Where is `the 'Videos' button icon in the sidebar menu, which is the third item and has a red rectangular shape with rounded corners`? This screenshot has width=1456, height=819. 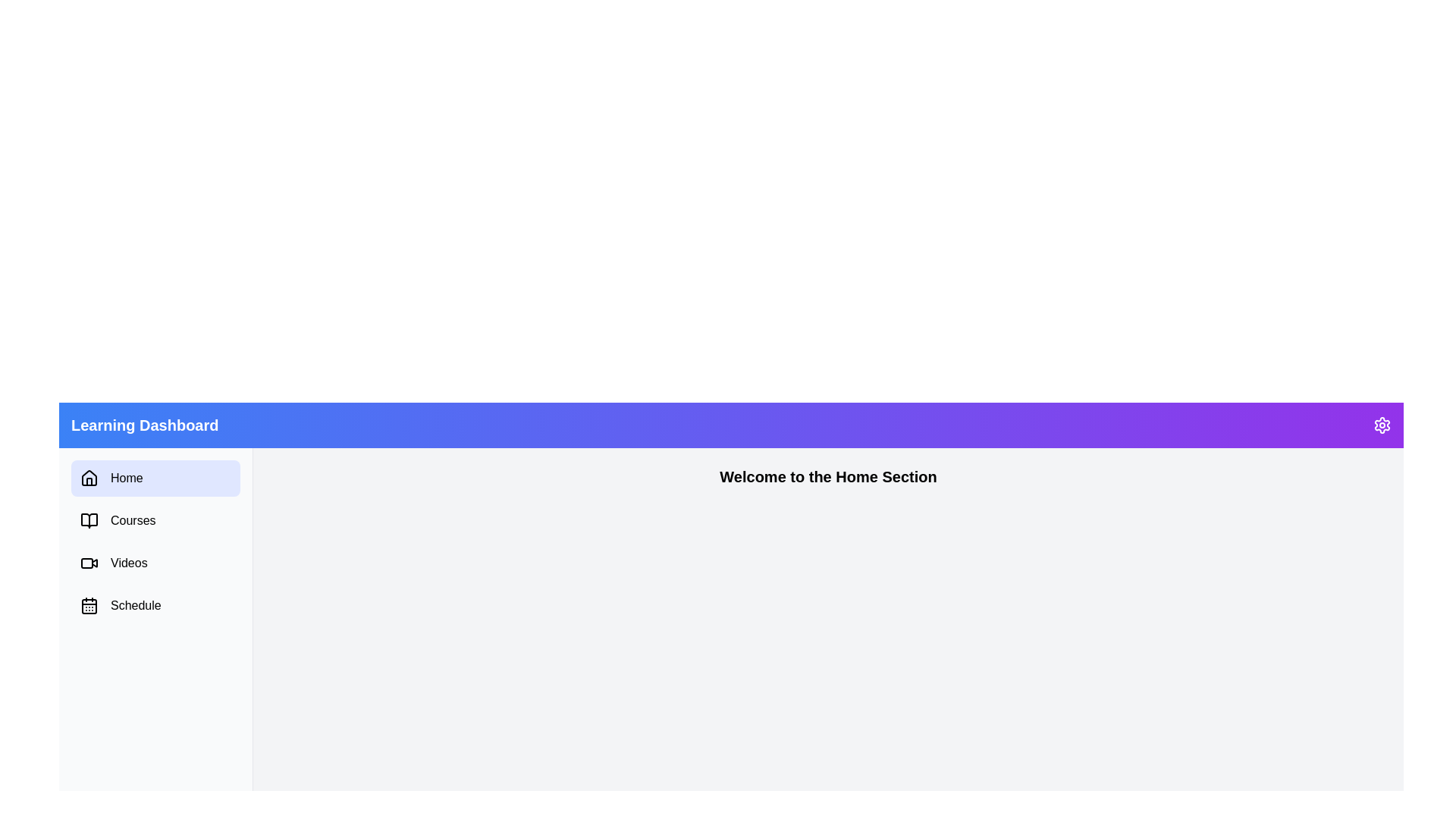 the 'Videos' button icon in the sidebar menu, which is the third item and has a red rectangular shape with rounded corners is located at coordinates (86, 563).